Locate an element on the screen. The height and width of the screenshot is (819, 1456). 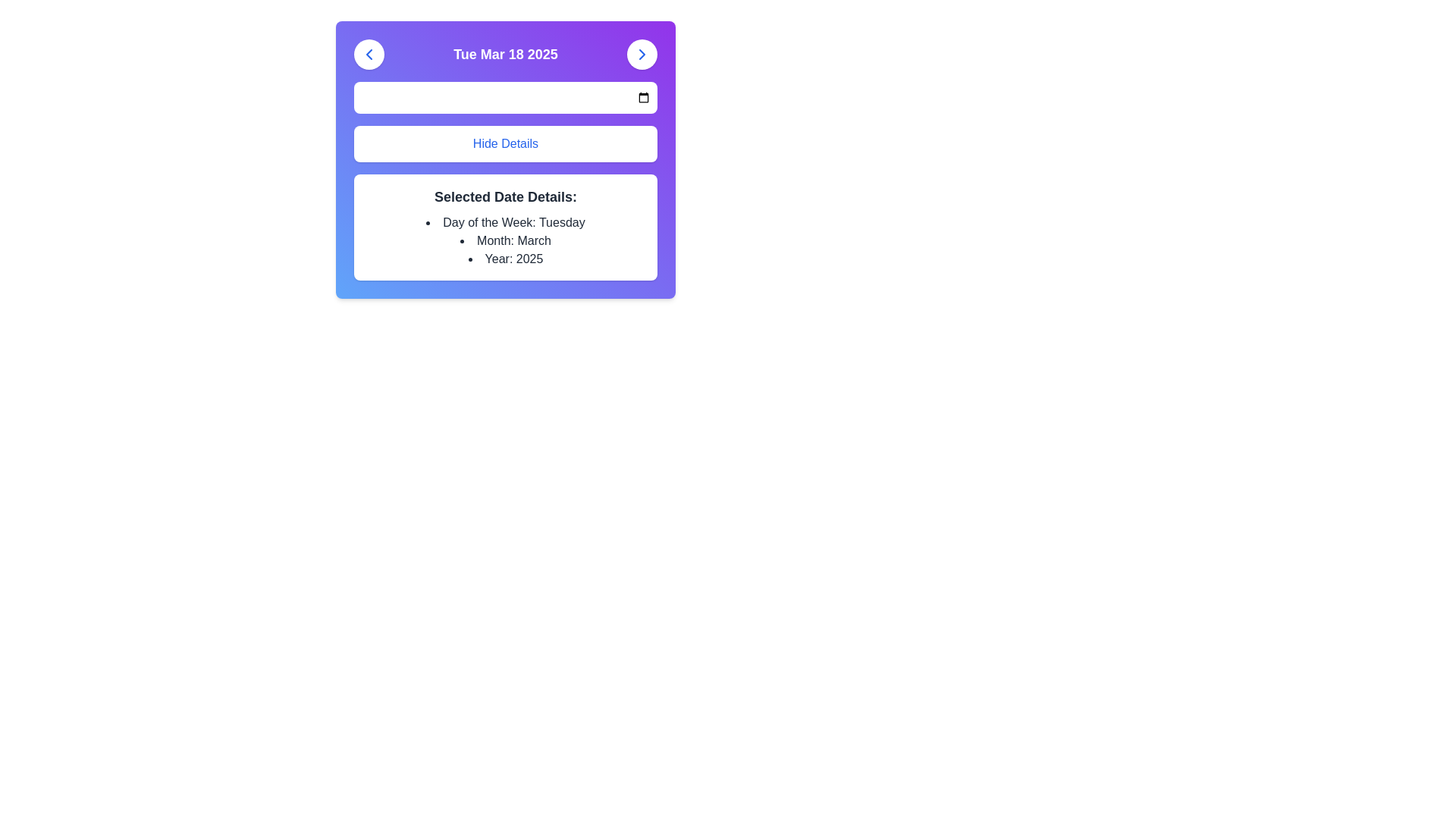
the bolded text heading that reads 'Selected Date Details:' located at the top of a white, rounded rectangular box with shadow styling is located at coordinates (506, 196).